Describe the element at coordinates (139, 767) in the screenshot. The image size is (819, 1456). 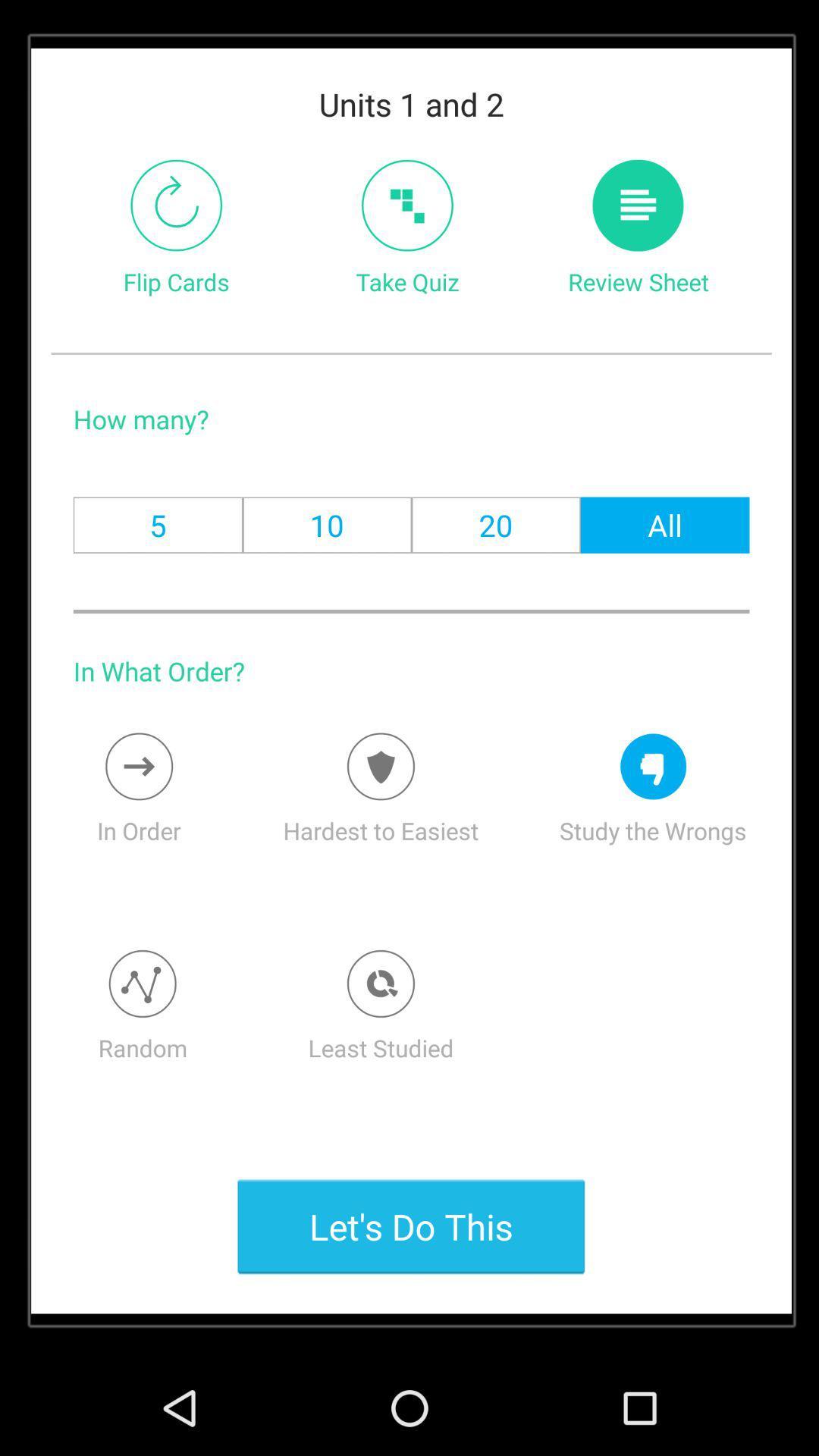
I see `open in order study questions` at that location.